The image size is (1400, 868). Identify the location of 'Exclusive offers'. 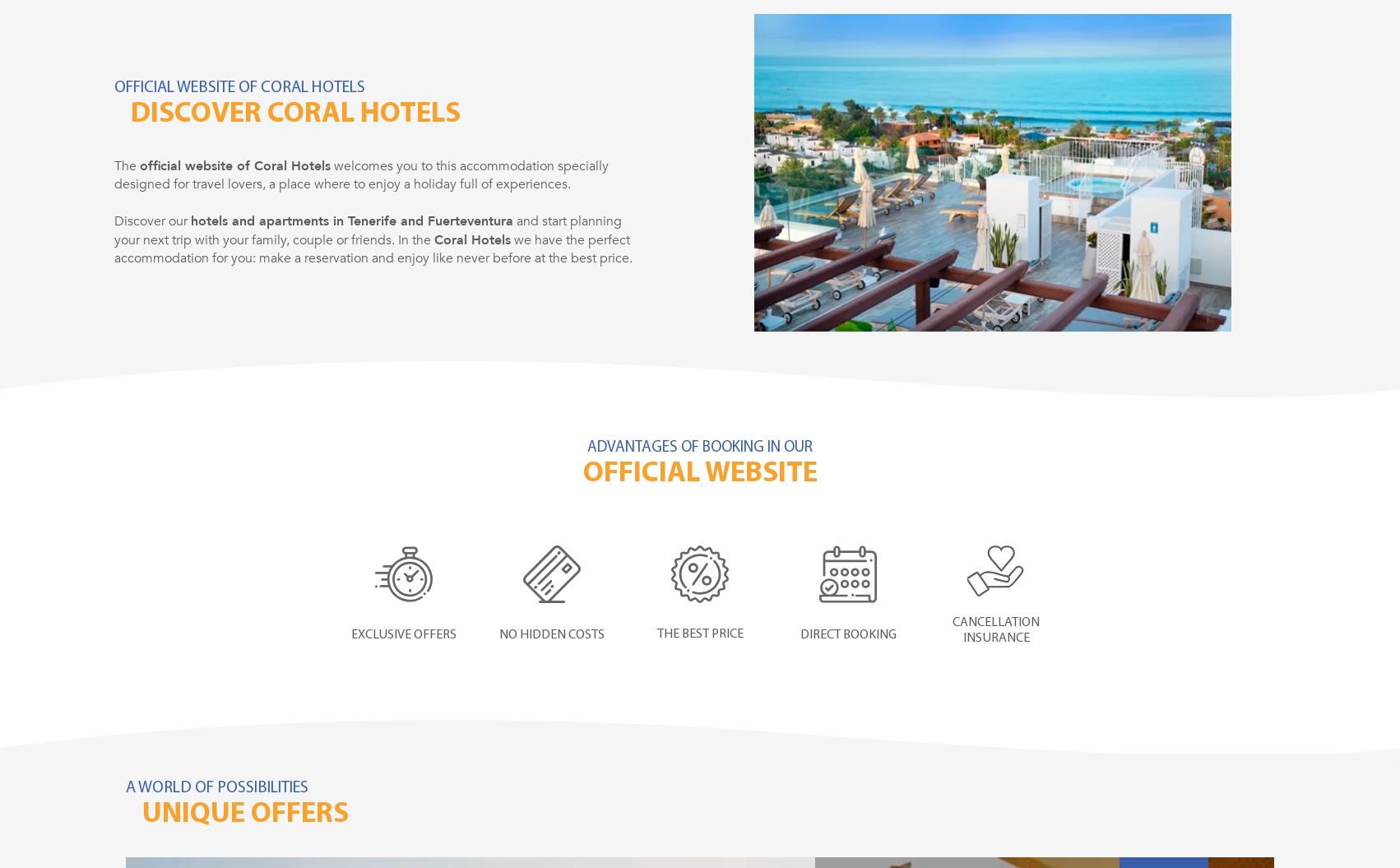
(403, 633).